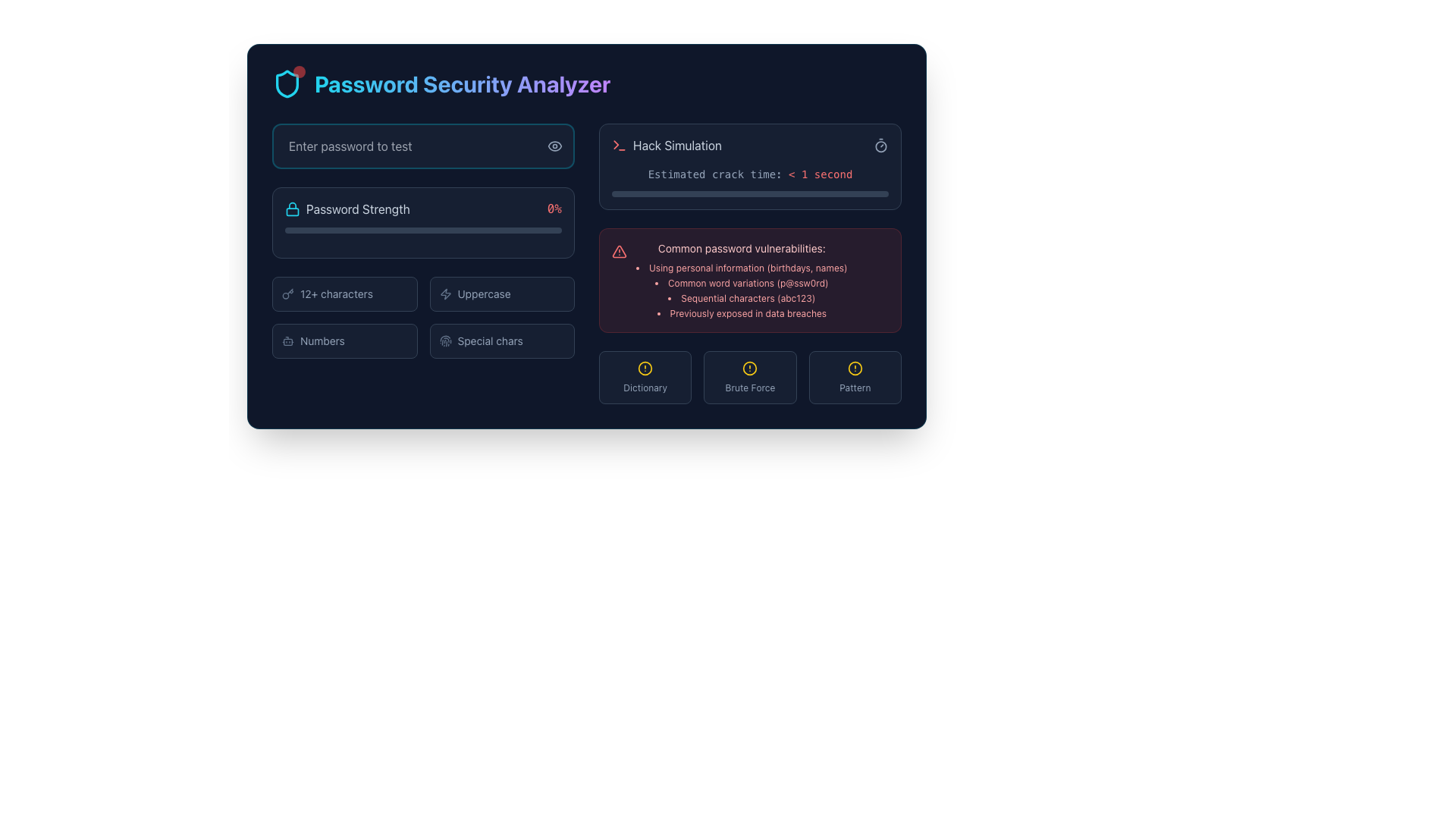  I want to click on the text element displaying 'Previously exposed in data breaches', so click(742, 312).